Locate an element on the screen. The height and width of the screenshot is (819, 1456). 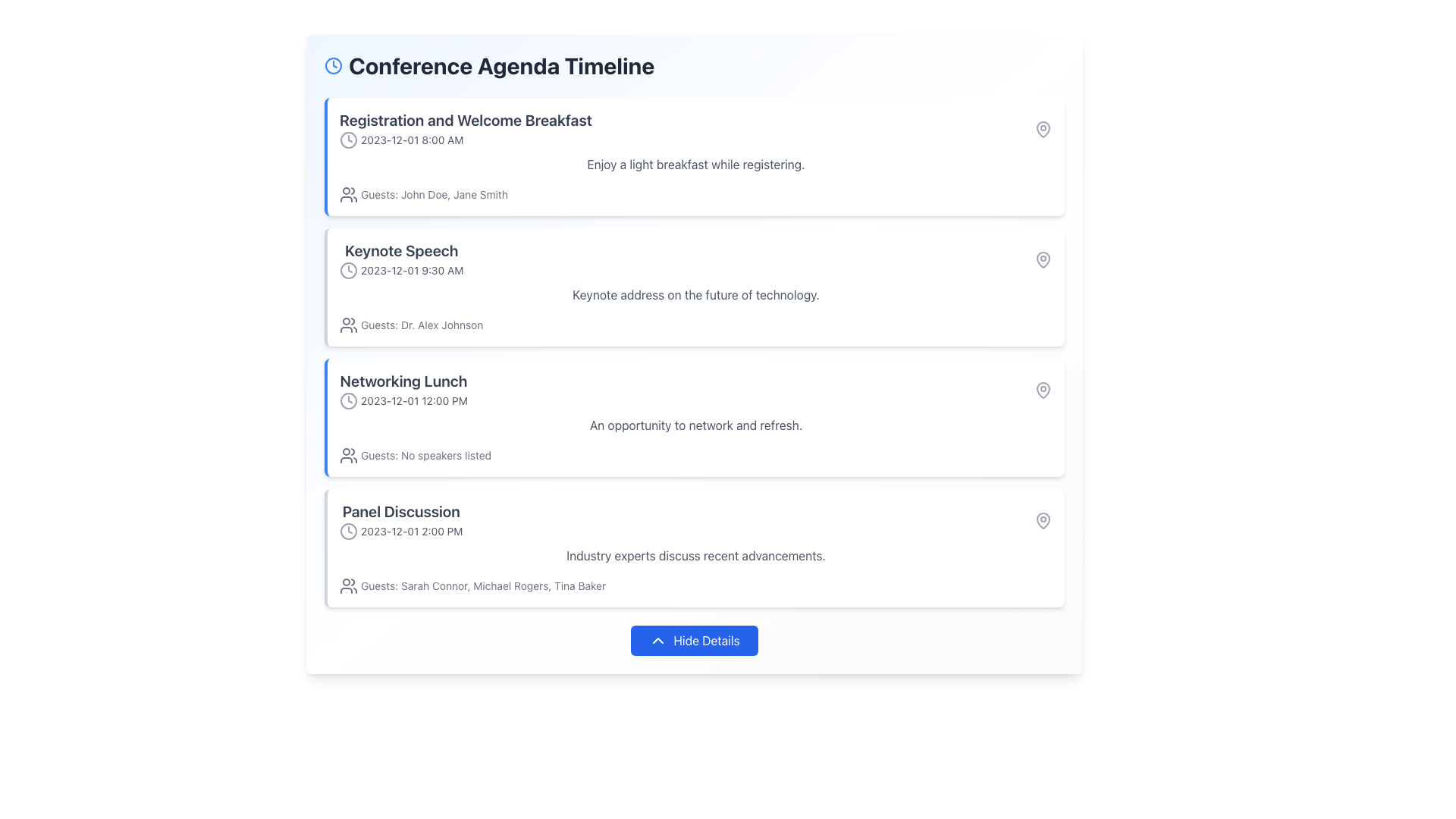
the Text Label that provides context about the 'Networking Lunch' event, located below the event title and above the 'Guests: No speakers listed' text is located at coordinates (695, 425).